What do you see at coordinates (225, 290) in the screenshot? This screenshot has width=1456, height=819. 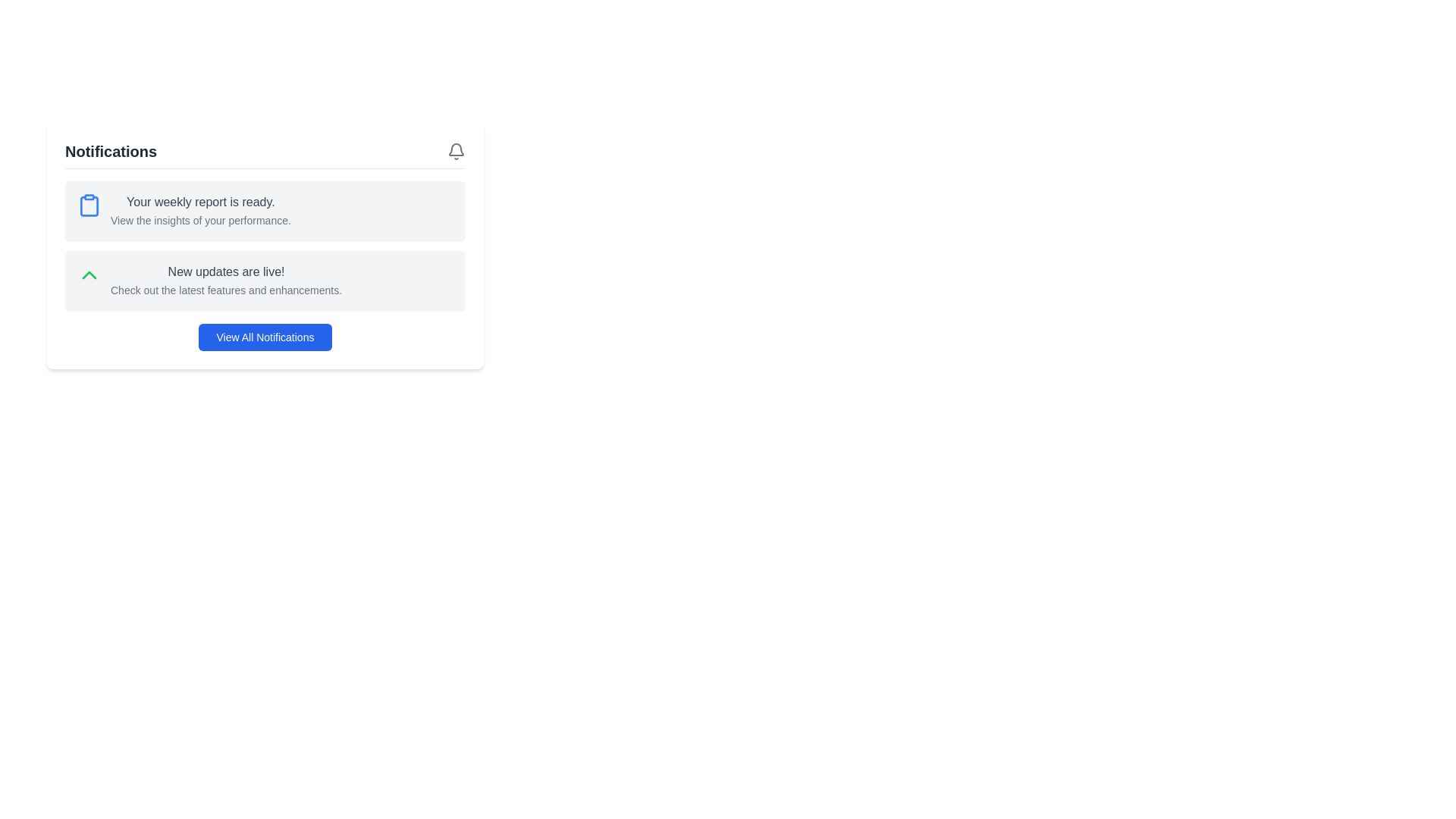 I see `the text displaying the message 'Check out the latest features and enhancements.' which is located under the line 'New updates are live!' in the notification card` at bounding box center [225, 290].